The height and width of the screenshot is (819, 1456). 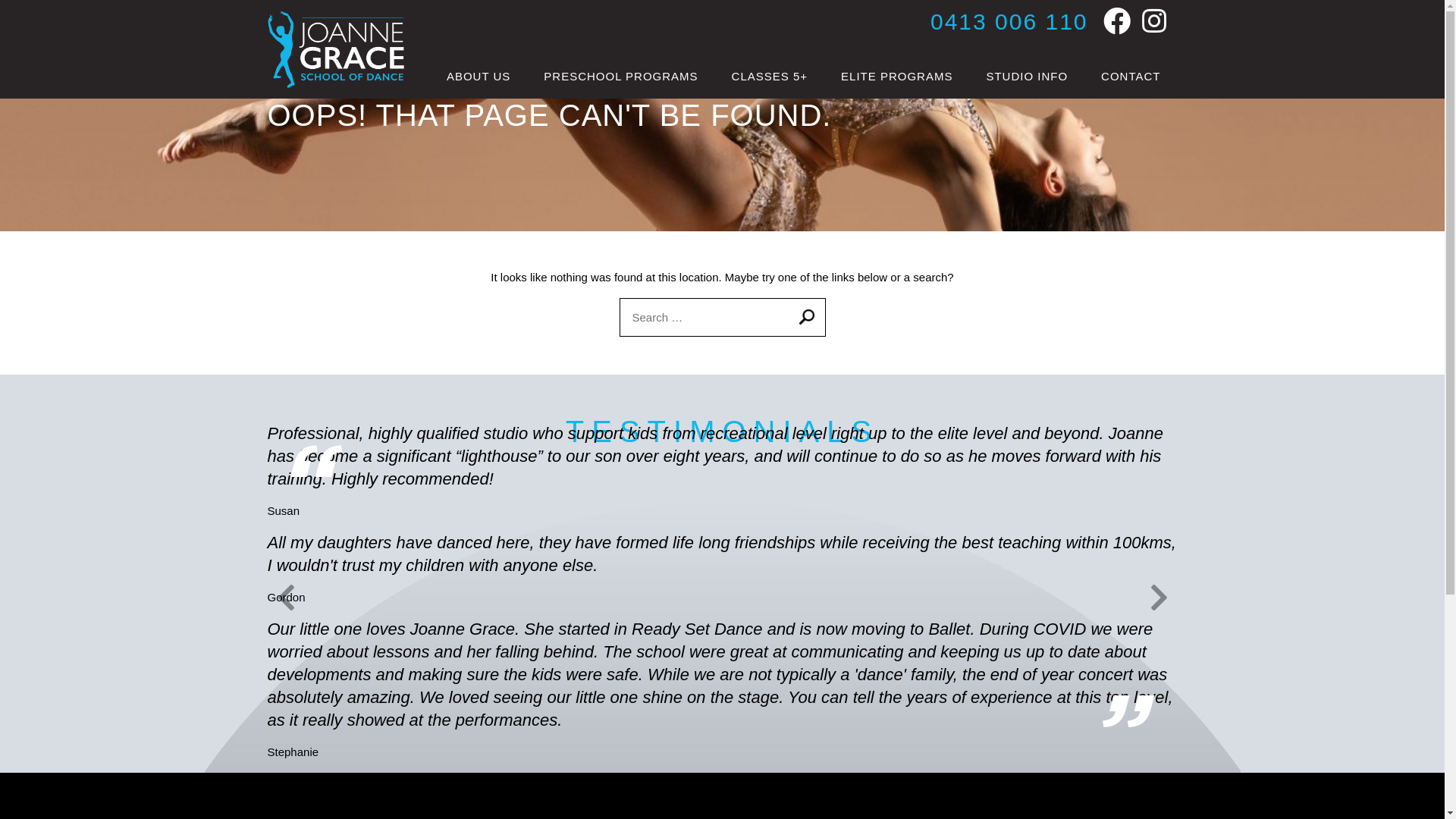 I want to click on 'ABOUT US', so click(x=477, y=76).